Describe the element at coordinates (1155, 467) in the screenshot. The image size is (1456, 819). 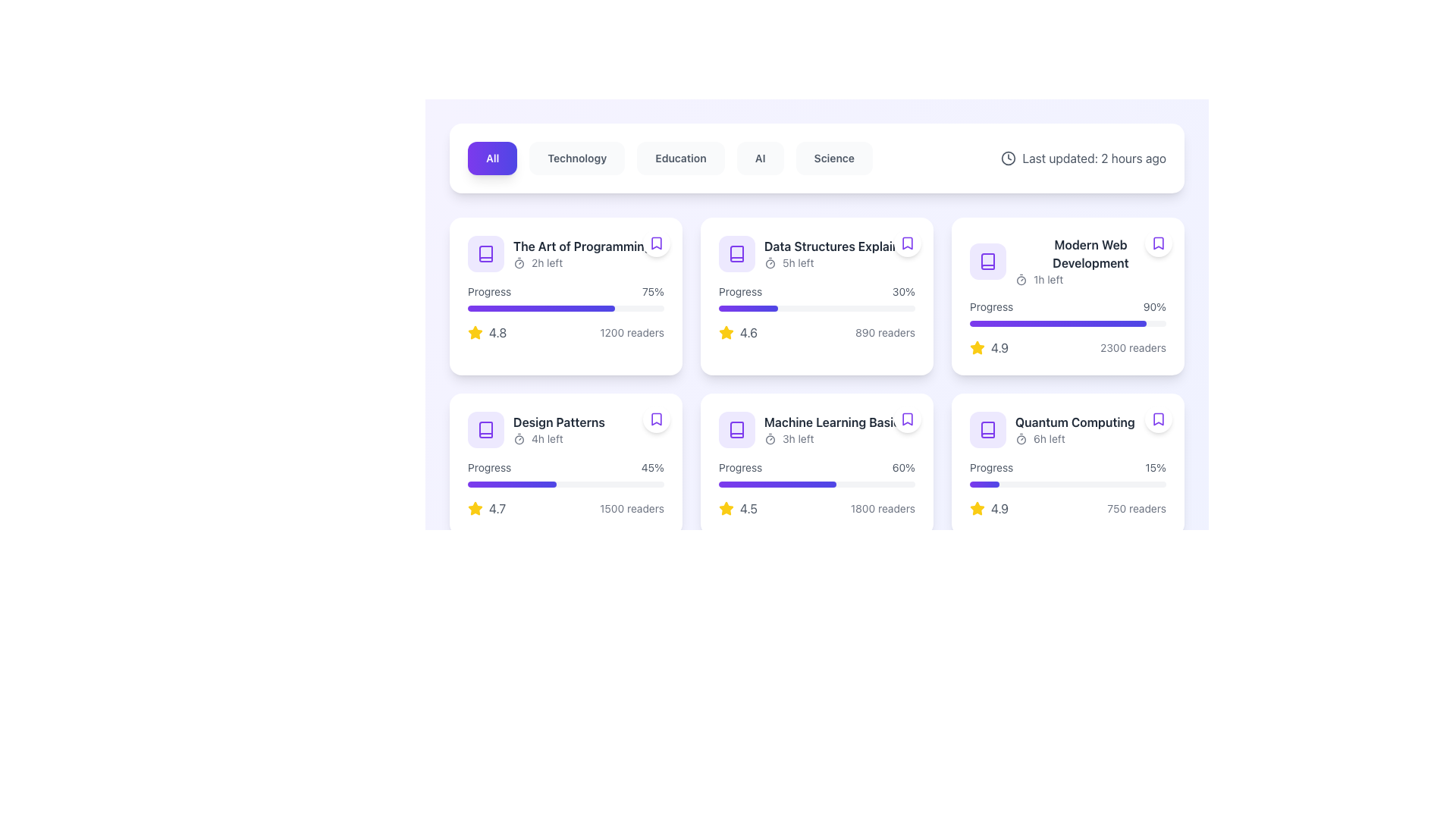
I see `the label displaying '15%' styled in a small gray font, which is positioned to the right of the 'Progress' label in the 'Quantum Computing' section` at that location.